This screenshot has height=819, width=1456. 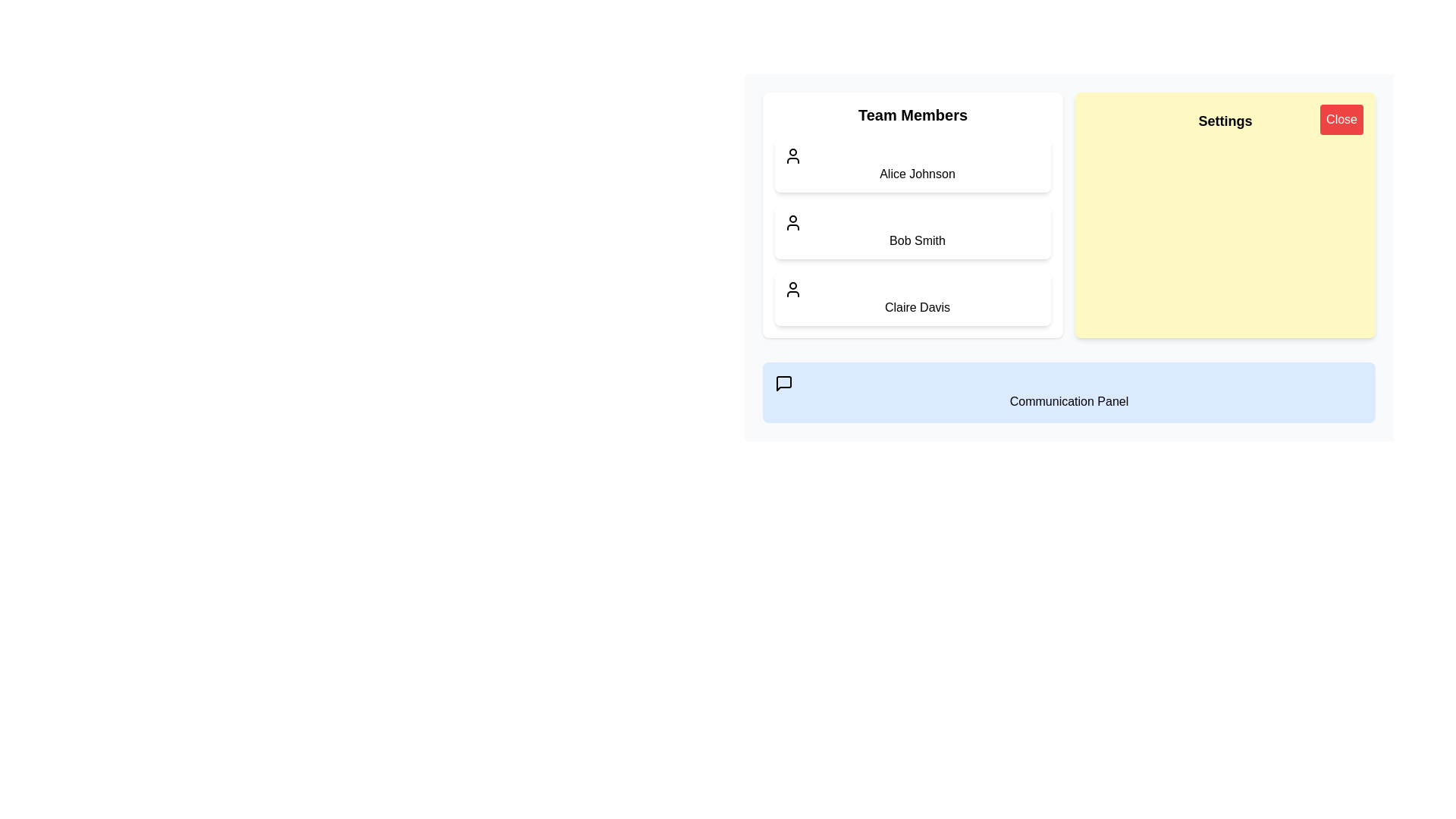 I want to click on text label that displays 'Team Members', which is a bold, large-font header positioned prominently at the top of the team members section, so click(x=912, y=114).